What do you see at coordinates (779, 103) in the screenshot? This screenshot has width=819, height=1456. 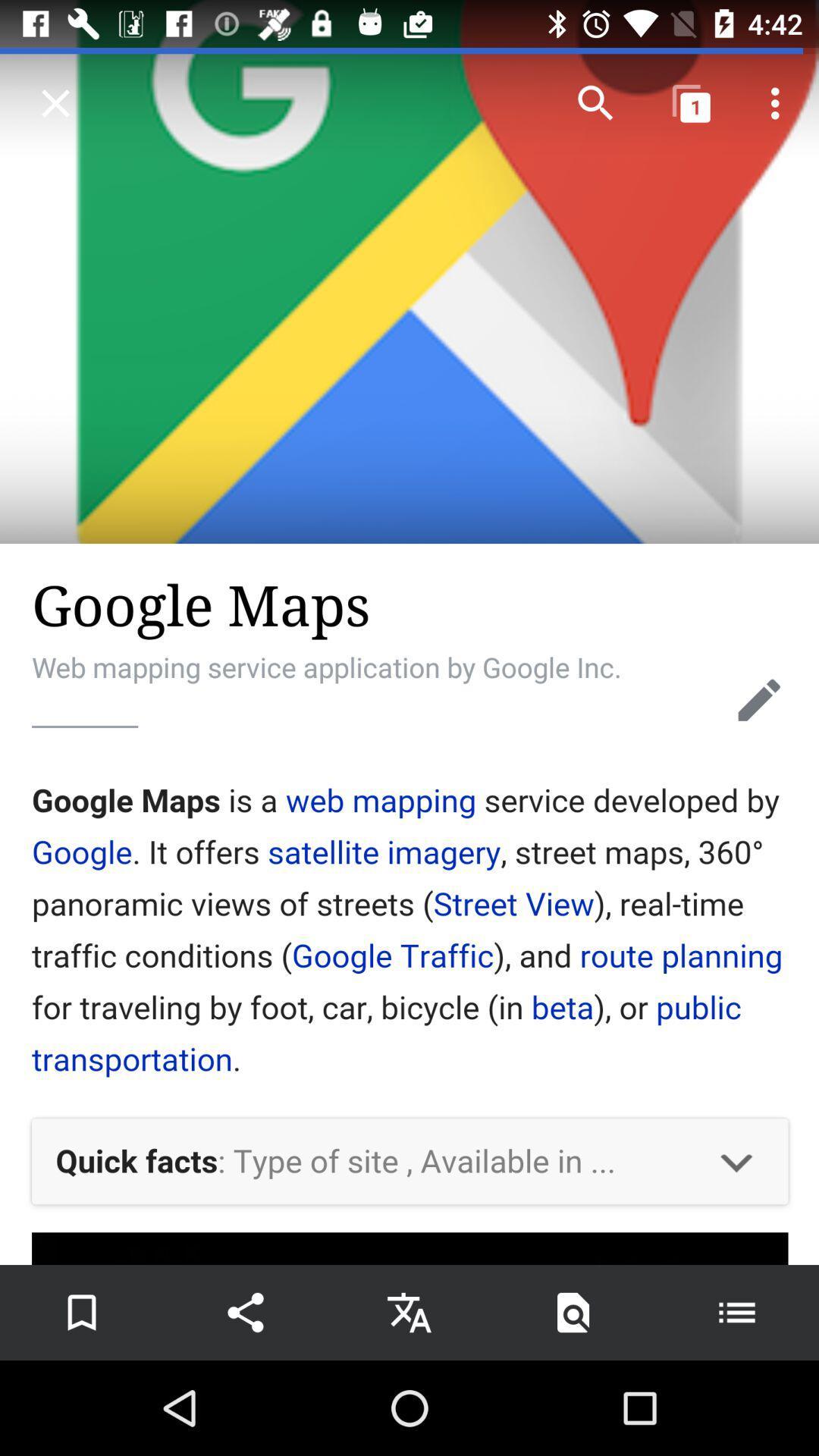 I see `the last icon which is at  top right corner` at bounding box center [779, 103].